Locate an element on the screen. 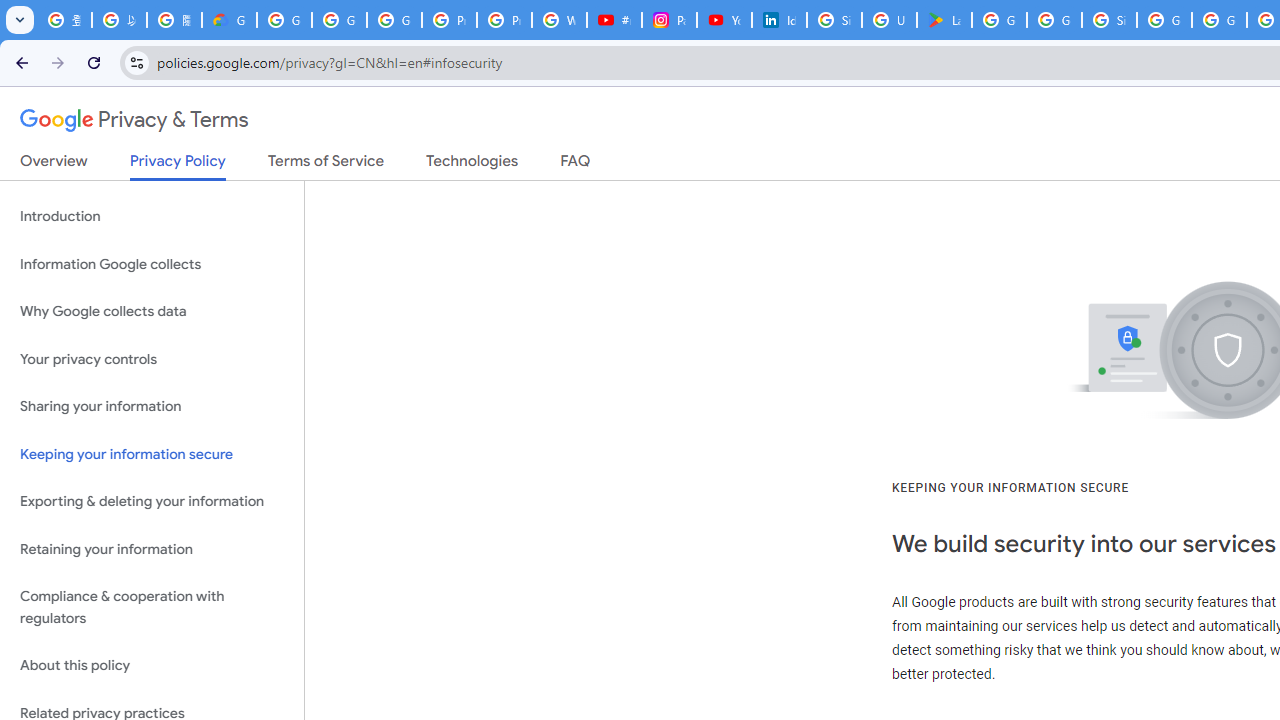 This screenshot has width=1280, height=720. 'Sign in - Google Accounts' is located at coordinates (1108, 20).